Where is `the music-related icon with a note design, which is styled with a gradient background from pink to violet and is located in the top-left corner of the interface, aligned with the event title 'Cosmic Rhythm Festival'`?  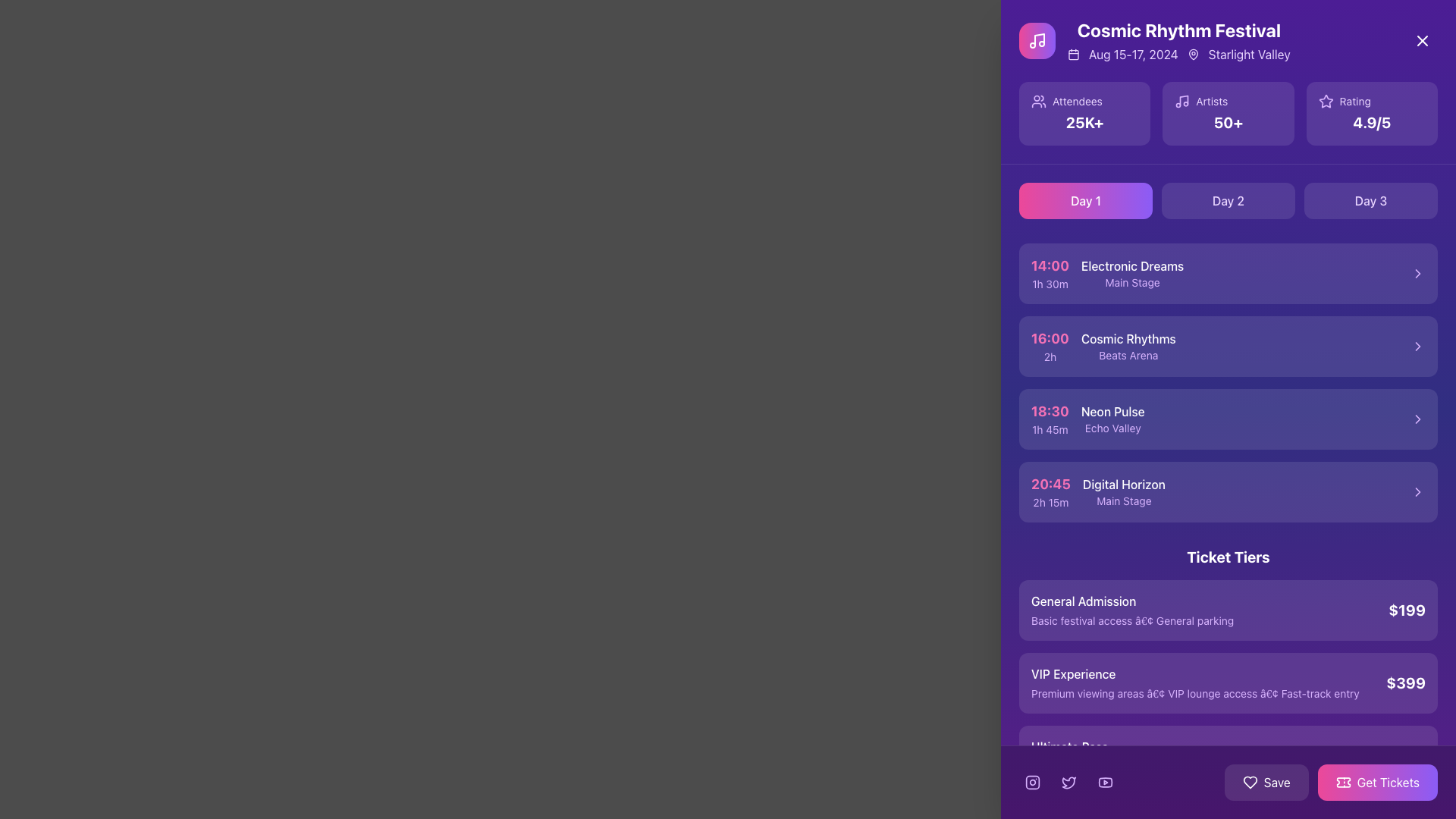
the music-related icon with a note design, which is styled with a gradient background from pink to violet and is located in the top-left corner of the interface, aligned with the event title 'Cosmic Rhythm Festival' is located at coordinates (1037, 40).